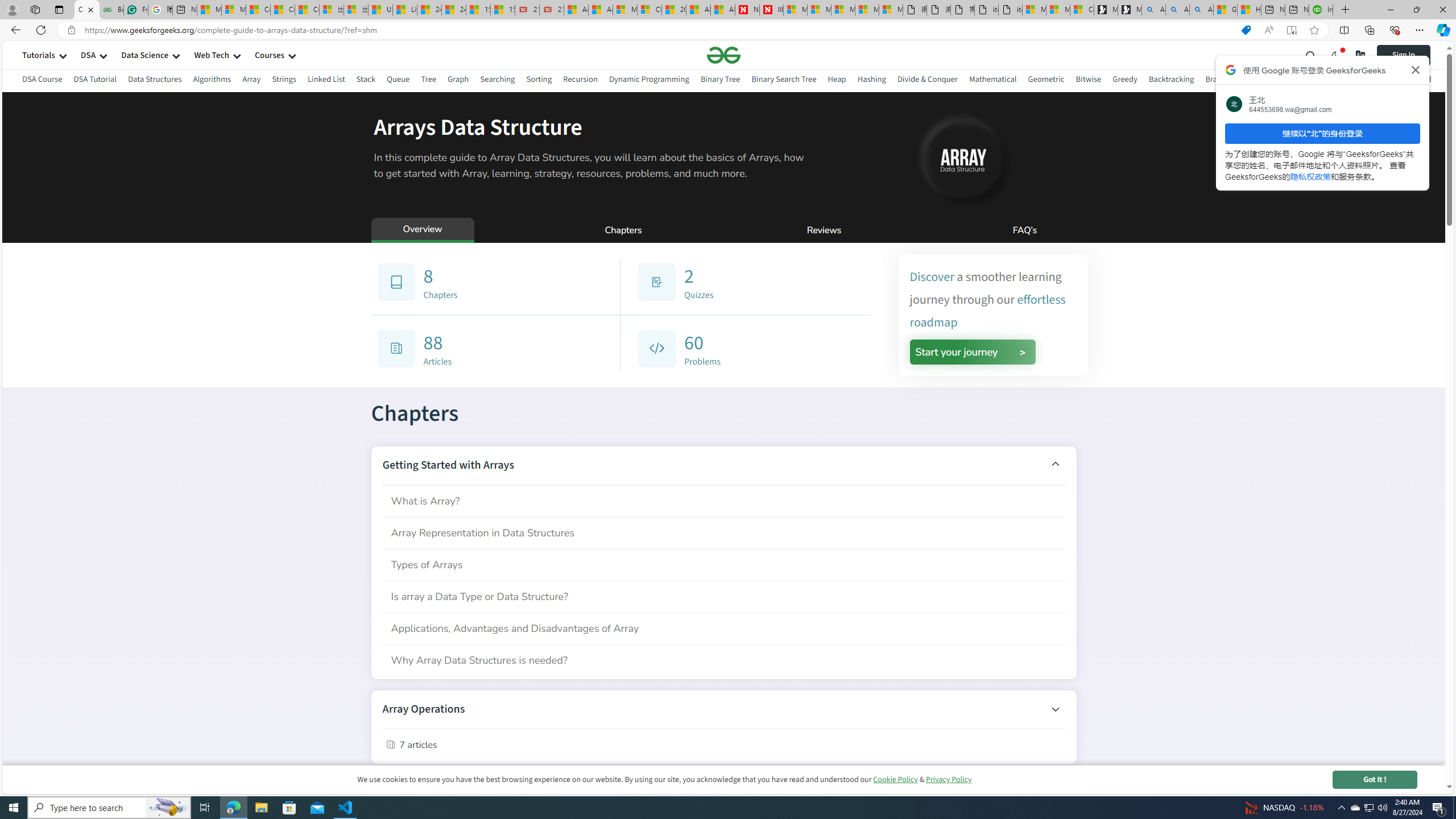  Describe the element at coordinates (283, 80) in the screenshot. I see `'Strings'` at that location.